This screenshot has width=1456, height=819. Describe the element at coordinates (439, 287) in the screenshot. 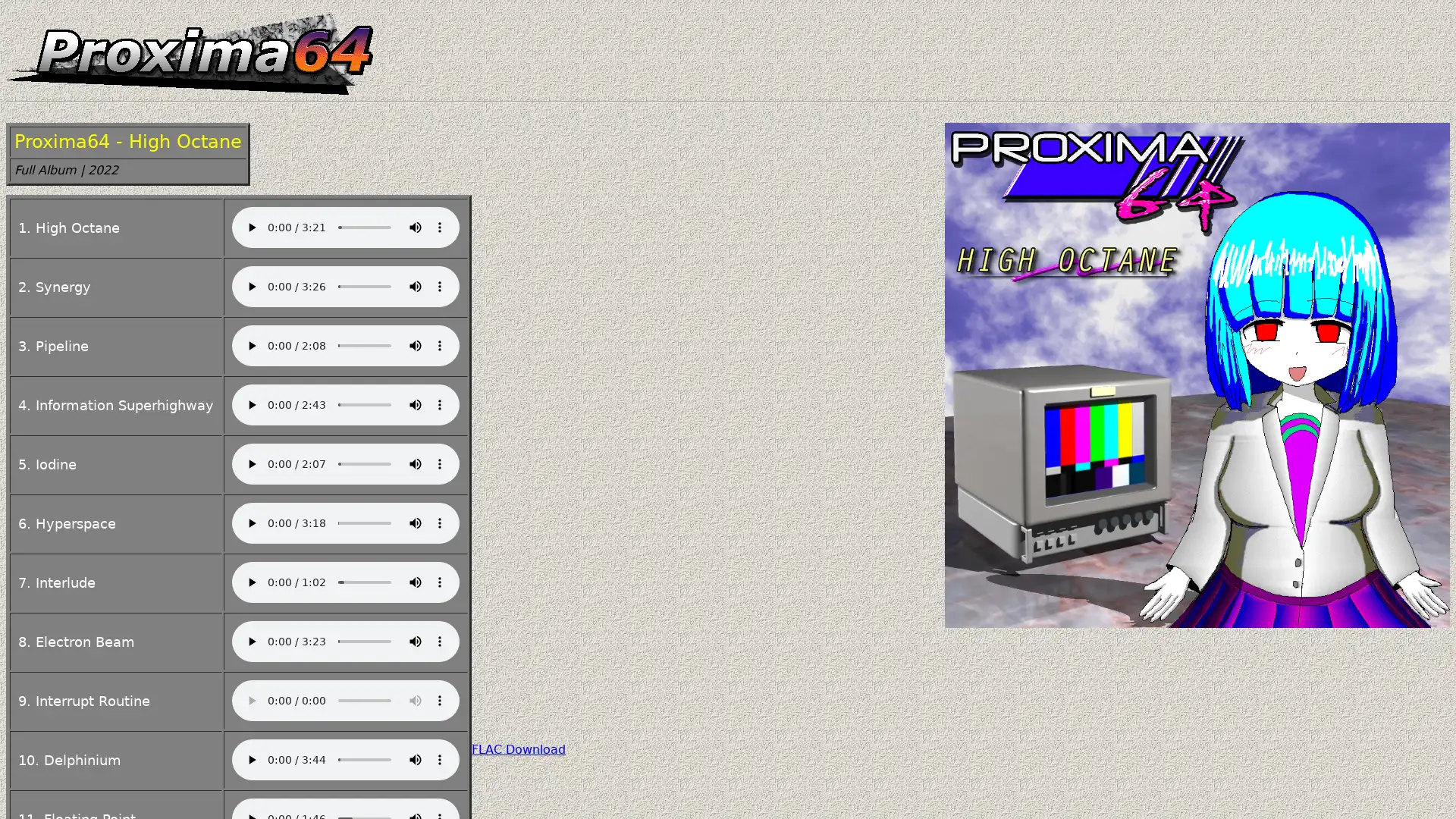

I see `show more media controls` at that location.